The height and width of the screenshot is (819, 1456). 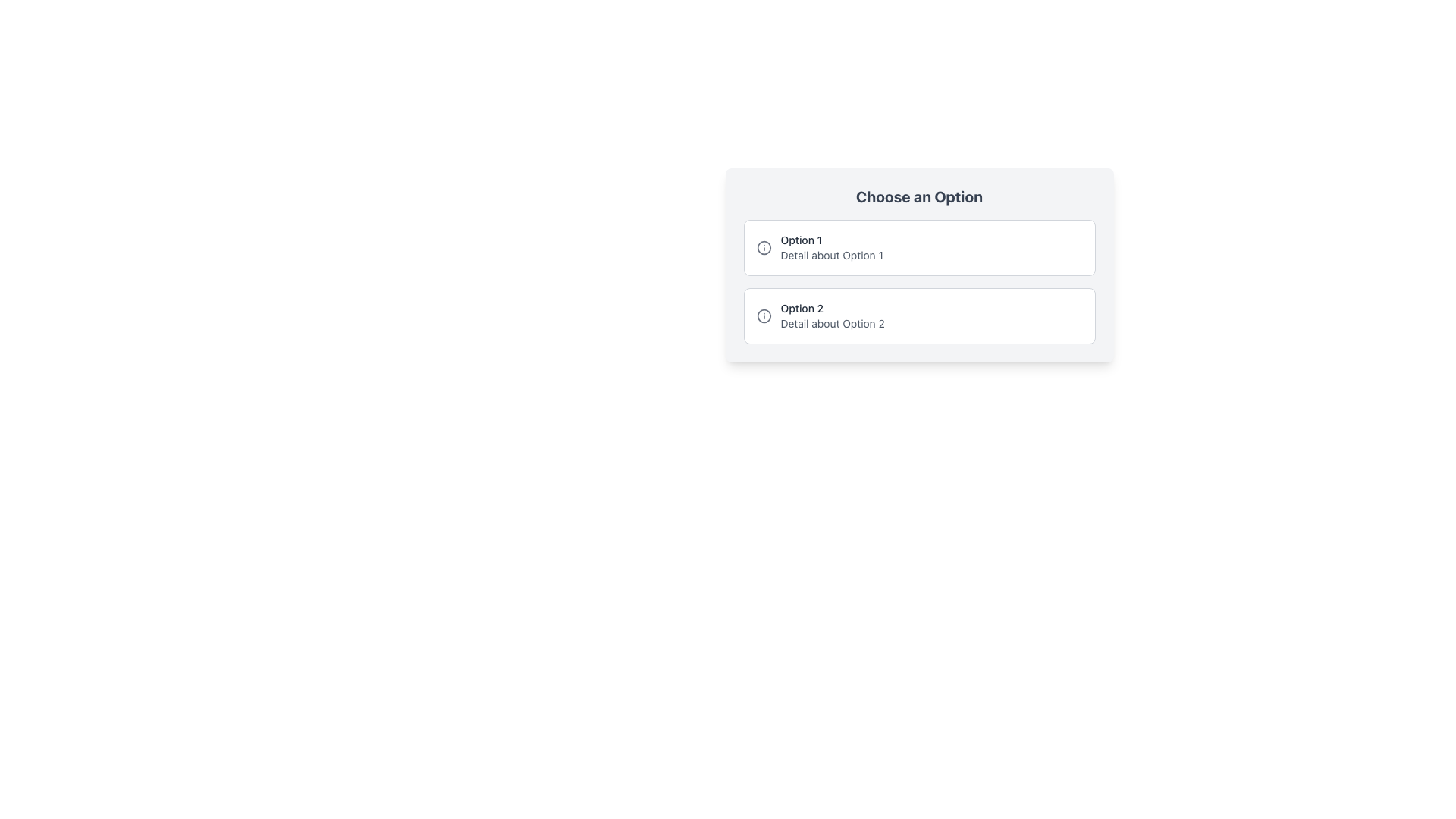 What do you see at coordinates (918, 247) in the screenshot?
I see `the first interactive list item labeled 'Option 1'` at bounding box center [918, 247].